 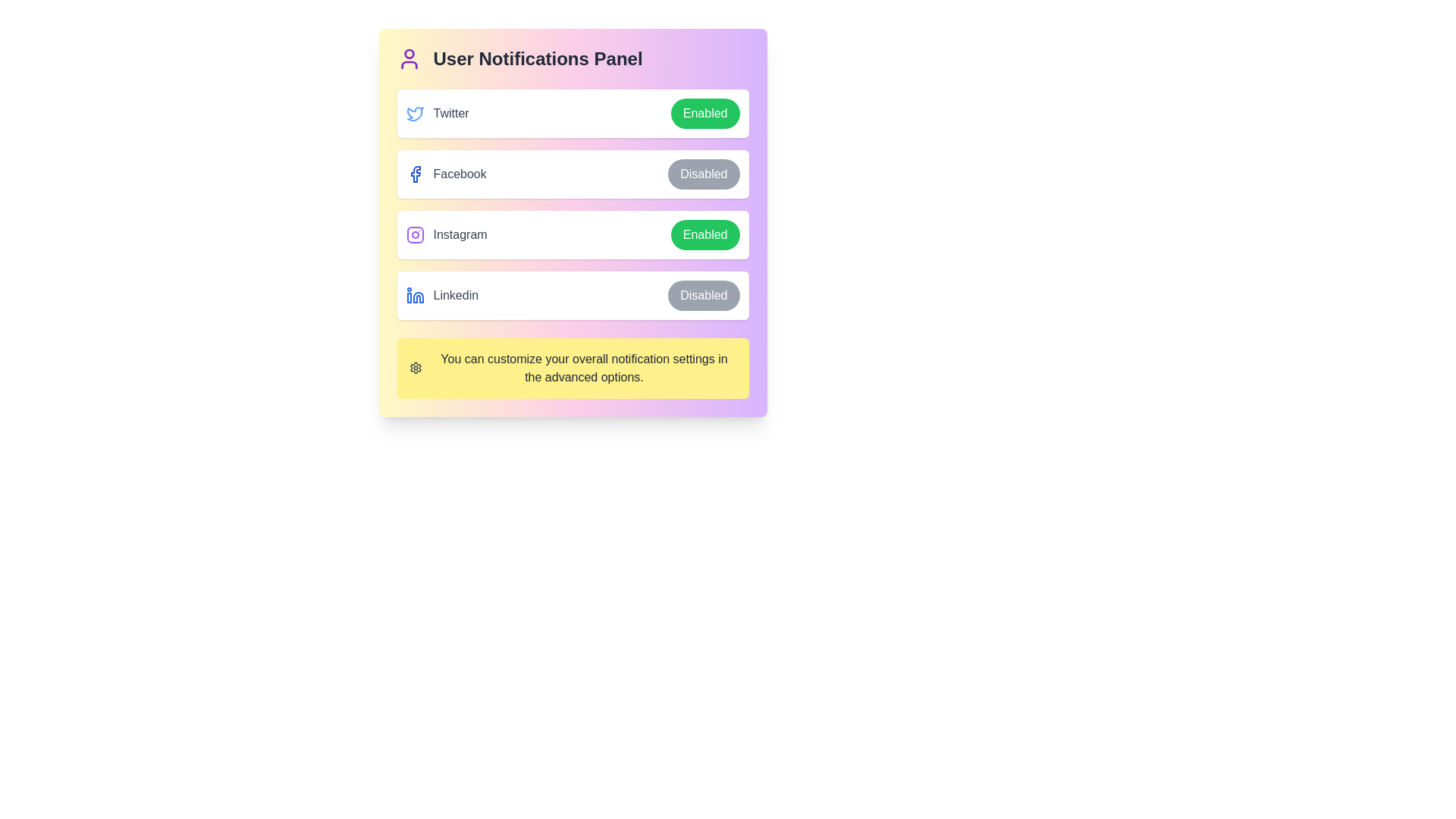 I want to click on status of the notifications for Instagram displayed in the third row of the User Notifications Panel, which is currently set to enabled, so click(x=572, y=234).